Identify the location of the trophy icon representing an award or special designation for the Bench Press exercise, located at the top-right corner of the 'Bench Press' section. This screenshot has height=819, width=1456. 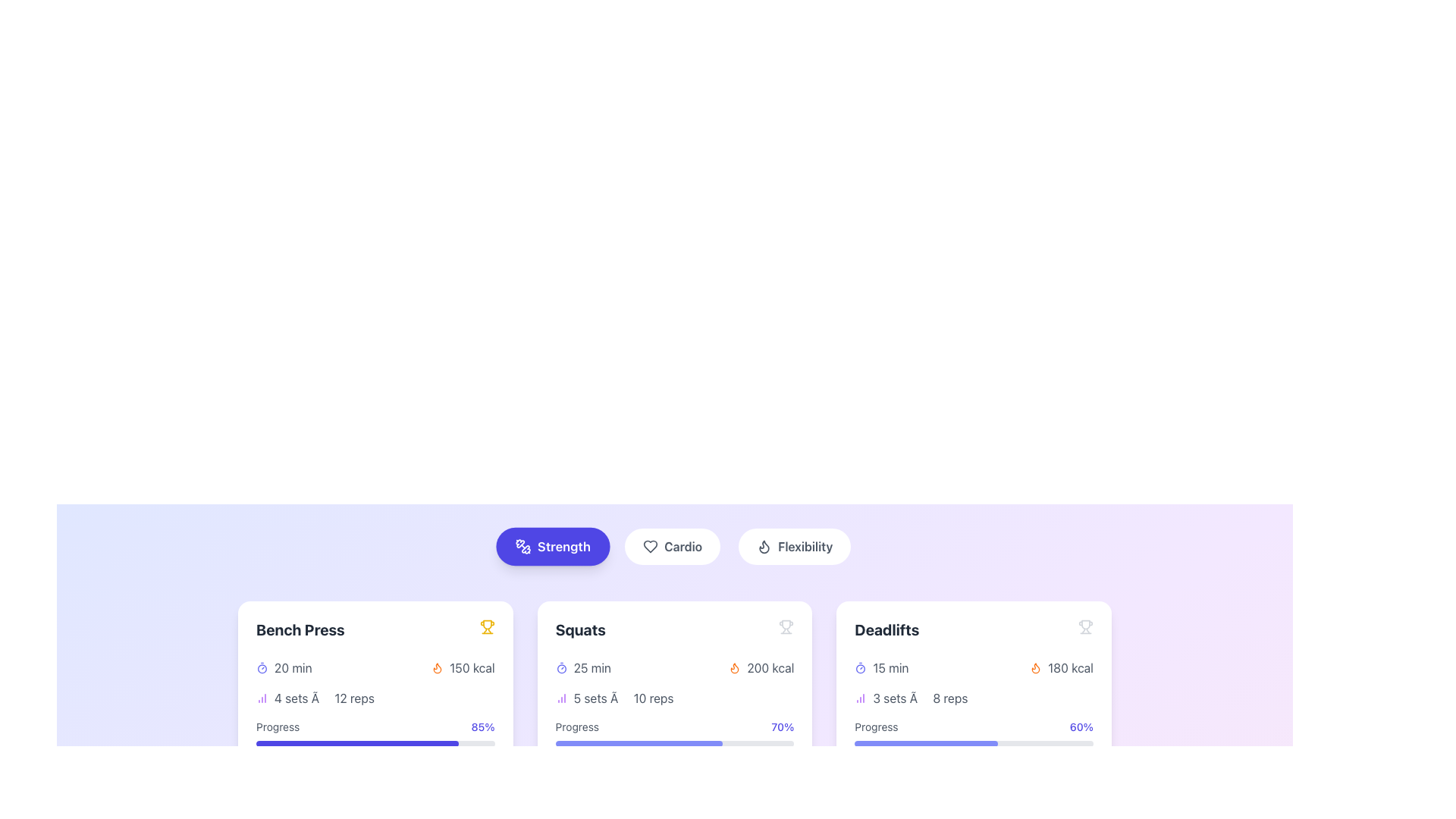
(487, 625).